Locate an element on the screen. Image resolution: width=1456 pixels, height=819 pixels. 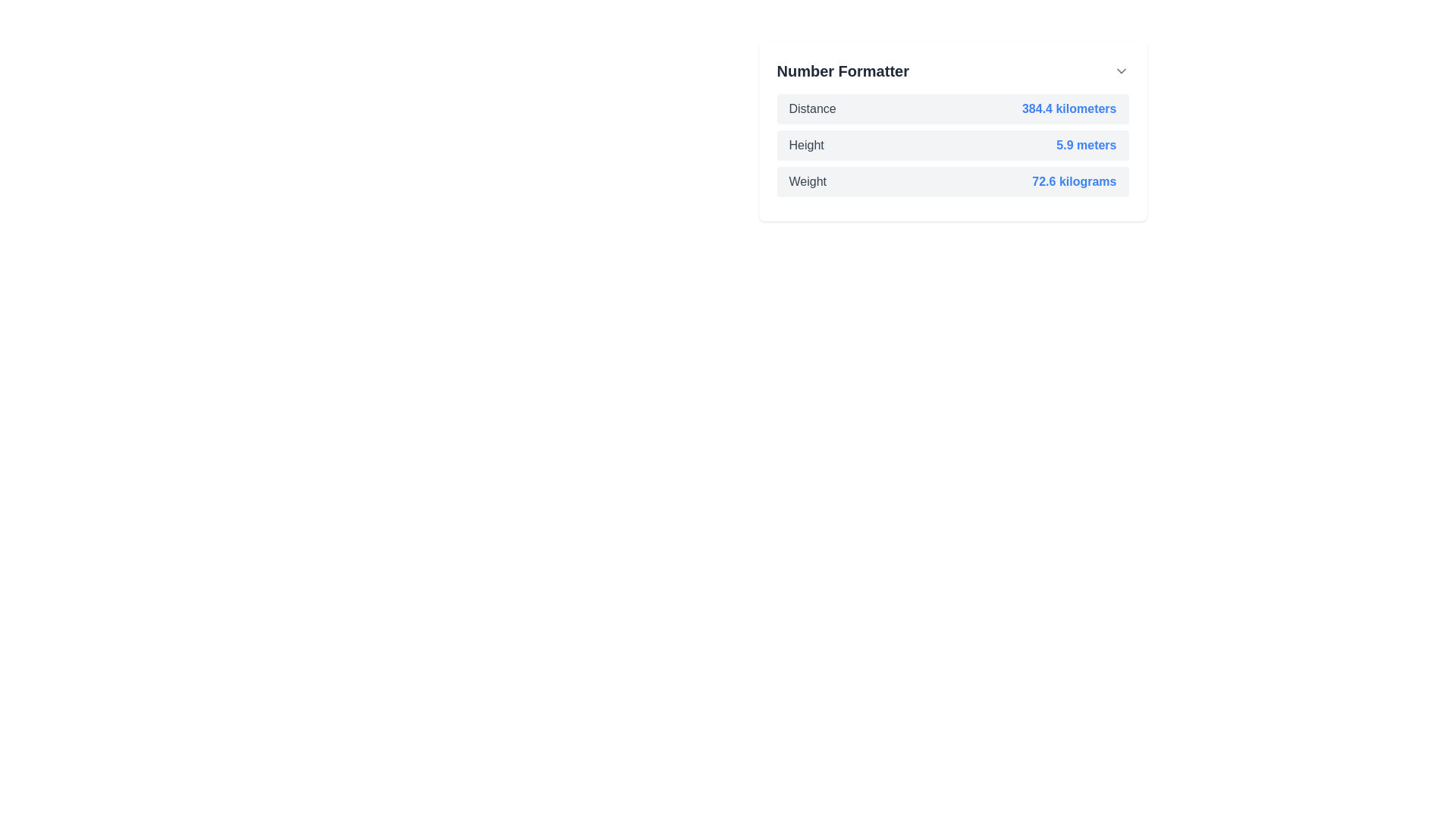
the text label displaying 'Distance' which is styled with a gray font and positioned to the left of the numeric value '384.4 kilometers' in the 'Number Formatter' section is located at coordinates (811, 108).